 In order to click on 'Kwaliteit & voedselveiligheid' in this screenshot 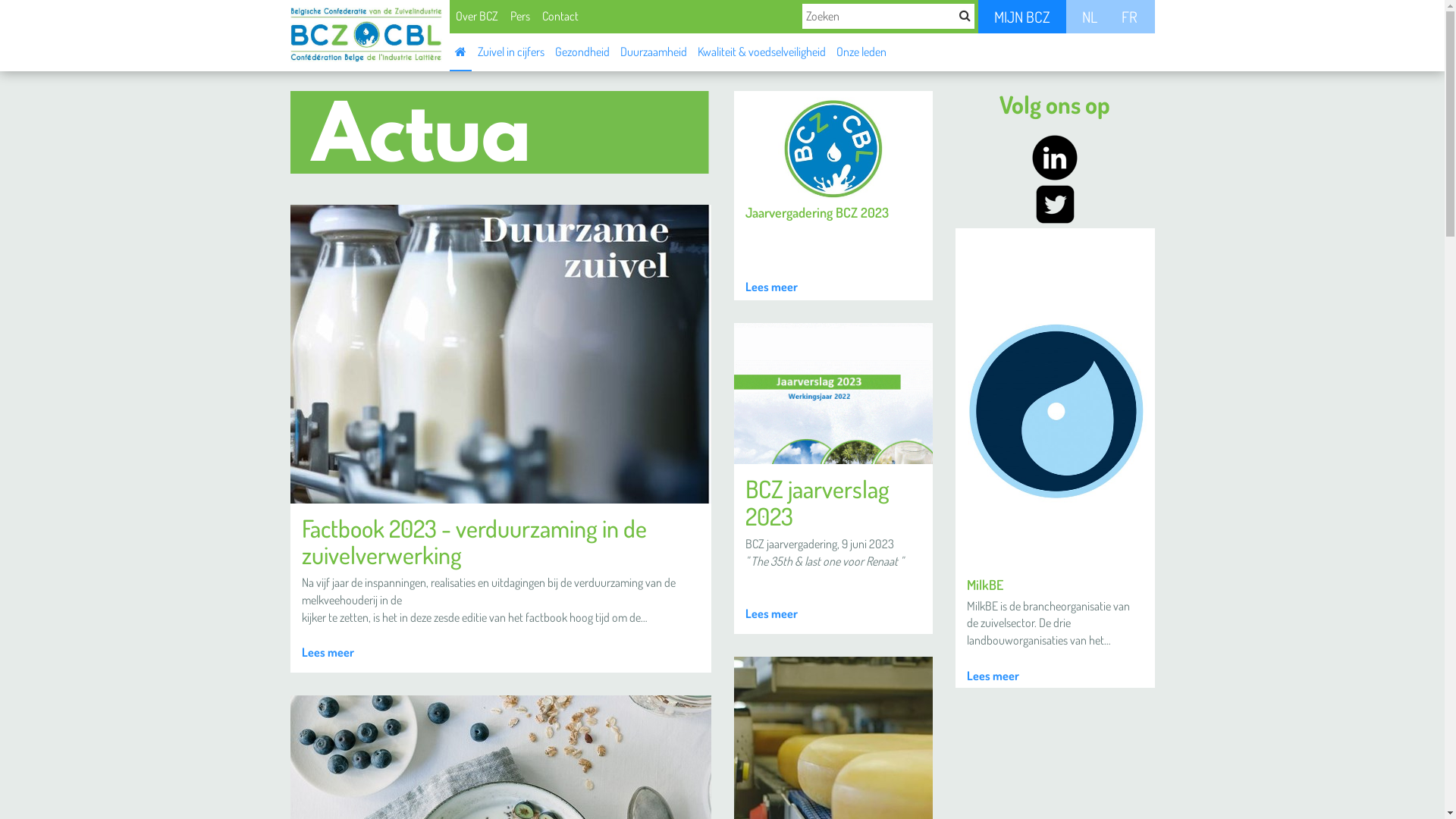, I will do `click(761, 49)`.